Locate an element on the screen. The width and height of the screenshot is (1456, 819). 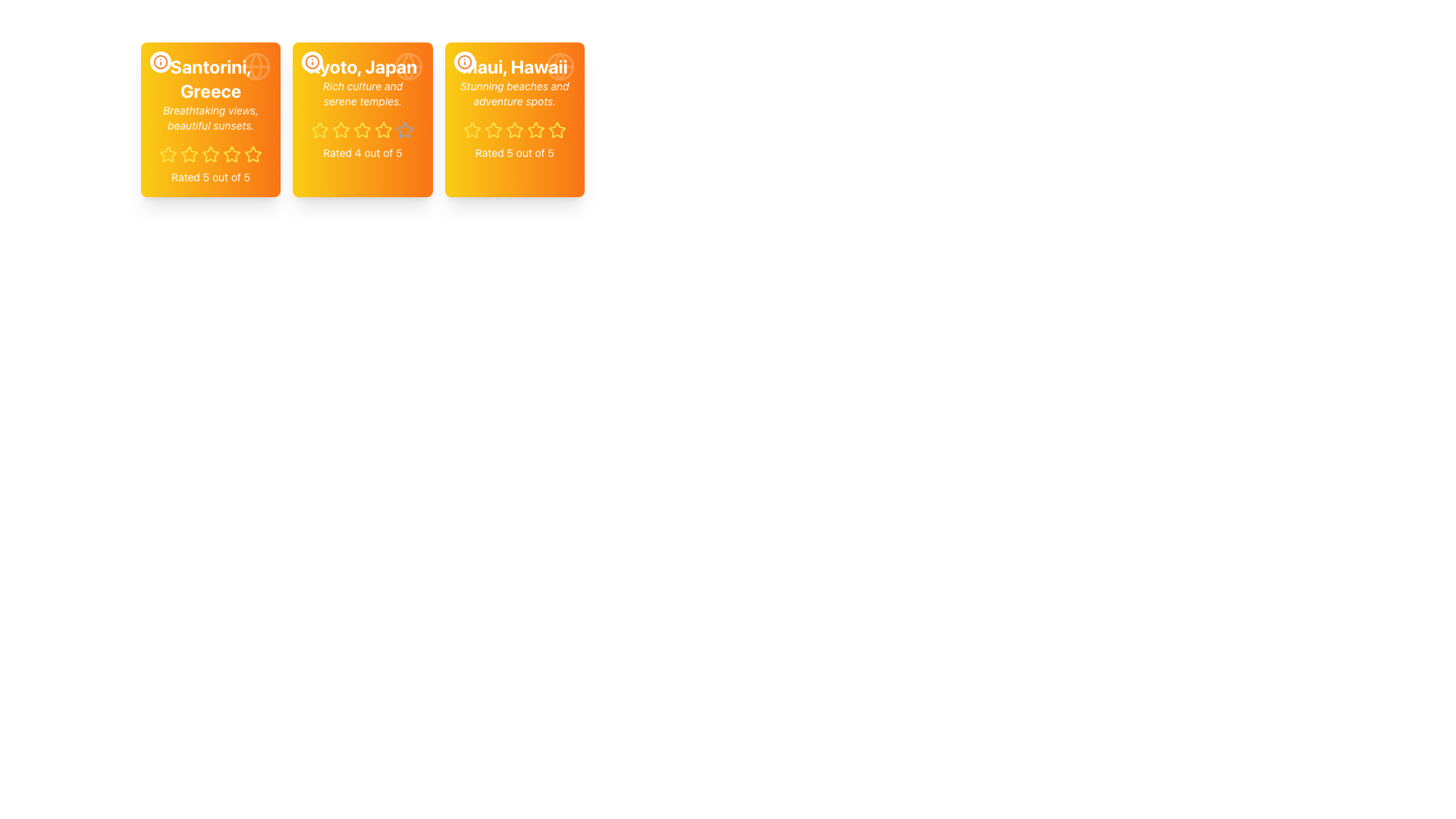
text content of the textual description summarizing 'Maui, Hawaii' located in the top-middle portion of the third card from the left is located at coordinates (514, 82).